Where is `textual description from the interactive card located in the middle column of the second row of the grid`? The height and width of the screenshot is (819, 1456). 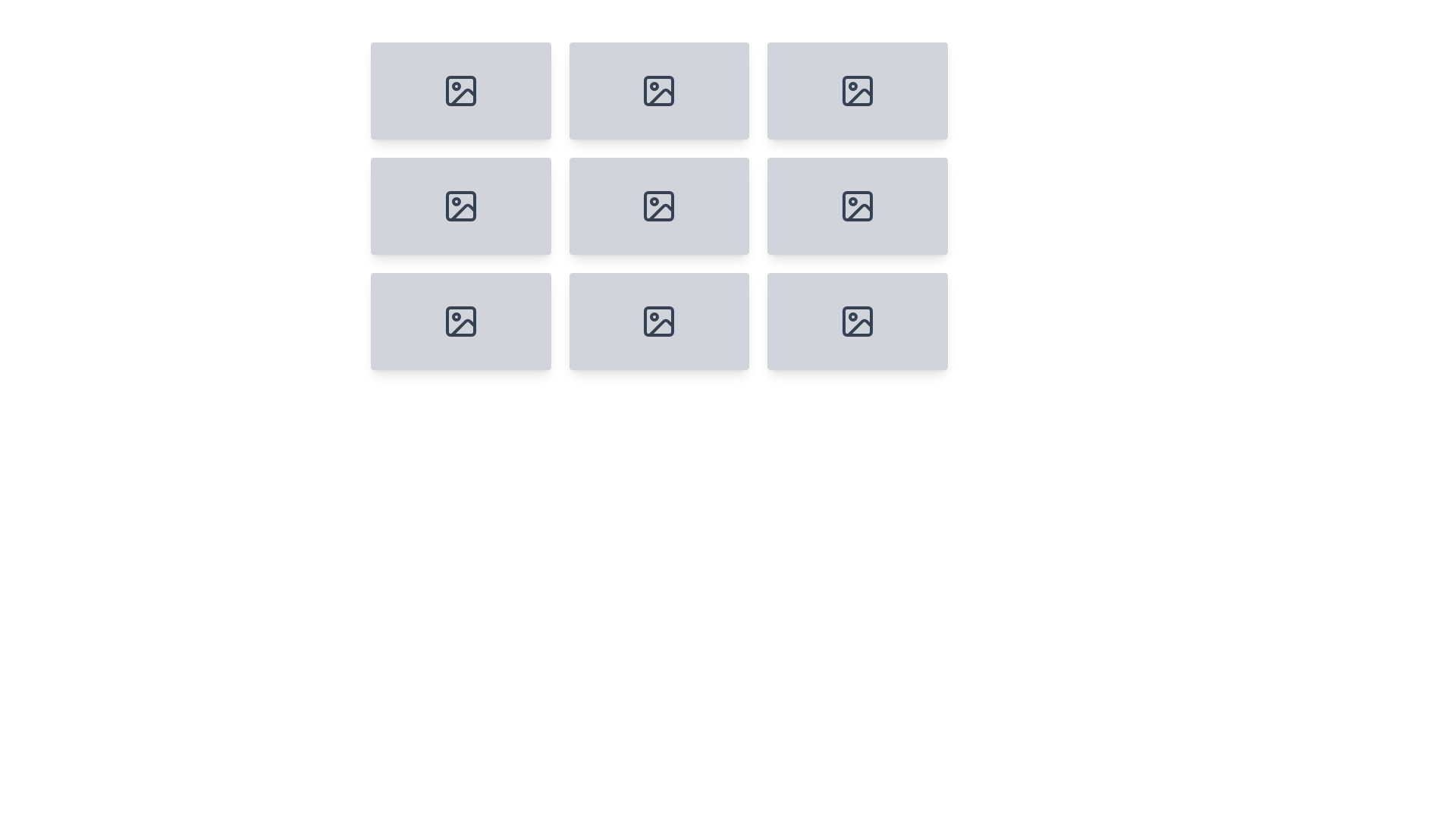
textual description from the interactive card located in the middle column of the second row of the grid is located at coordinates (659, 206).